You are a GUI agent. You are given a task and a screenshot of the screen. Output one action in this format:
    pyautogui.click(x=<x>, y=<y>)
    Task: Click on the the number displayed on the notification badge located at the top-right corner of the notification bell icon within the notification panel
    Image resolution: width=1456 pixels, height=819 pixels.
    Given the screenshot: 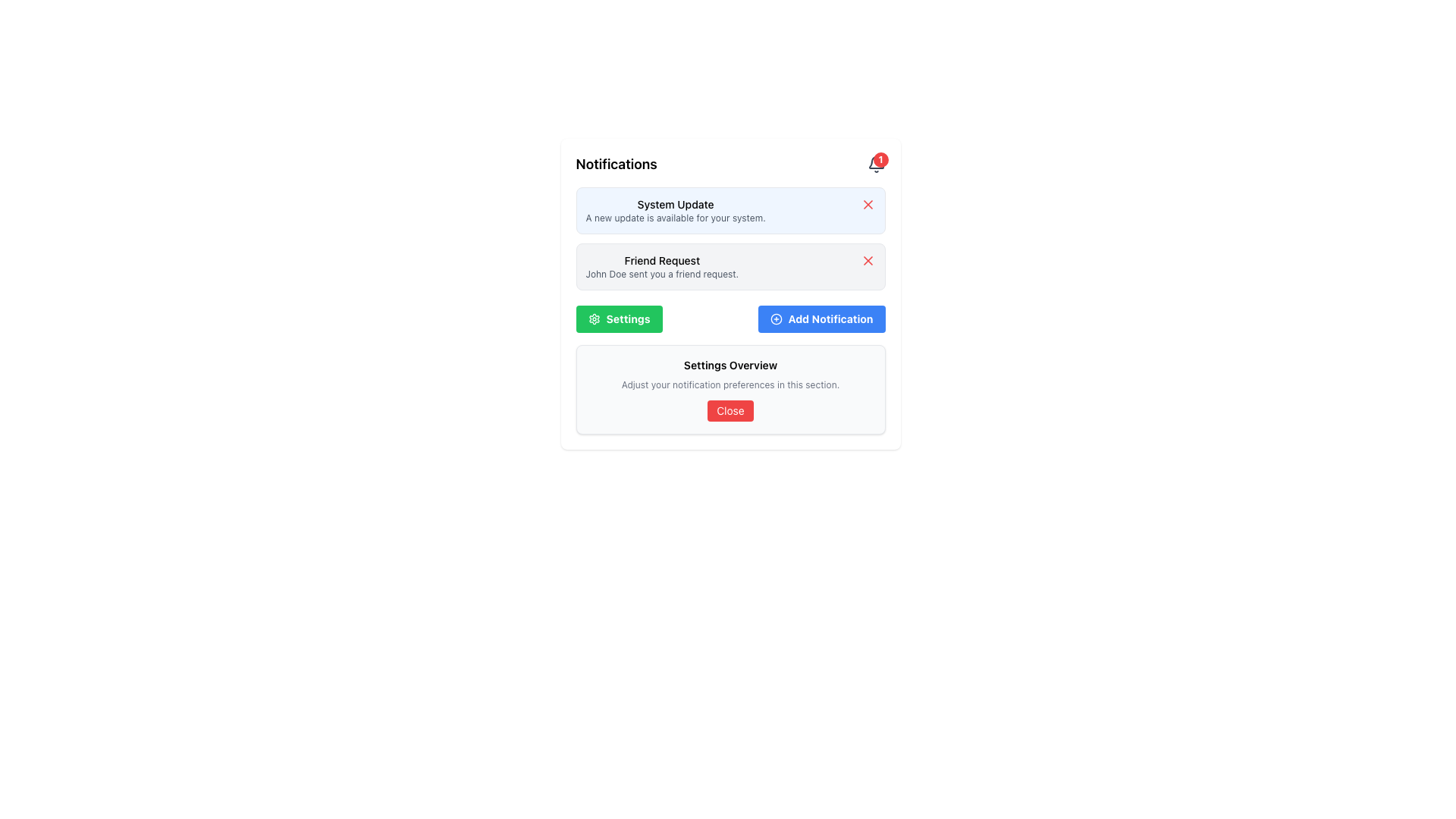 What is the action you would take?
    pyautogui.click(x=880, y=160)
    